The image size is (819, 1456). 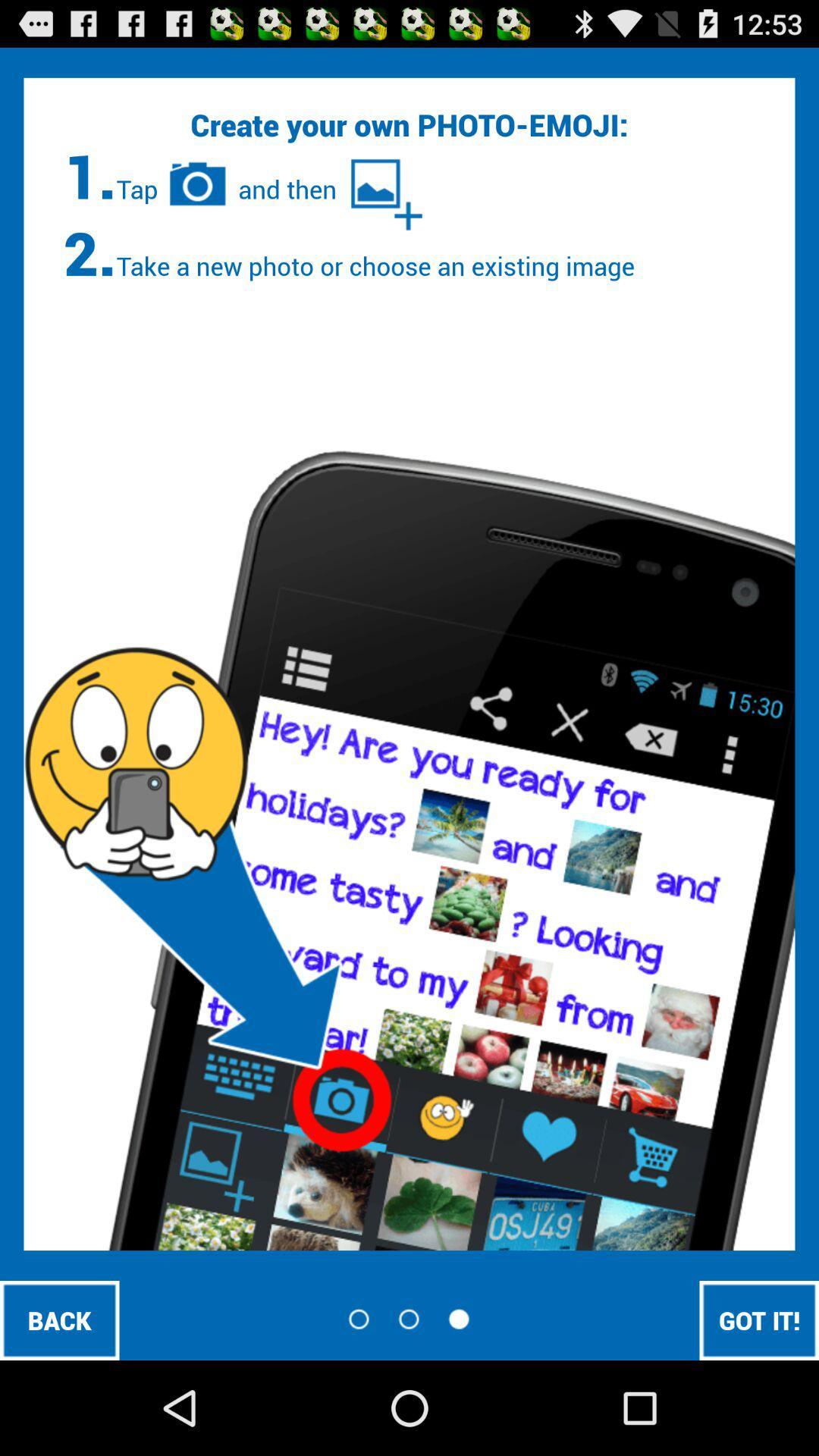 What do you see at coordinates (759, 1319) in the screenshot?
I see `got it! icon` at bounding box center [759, 1319].